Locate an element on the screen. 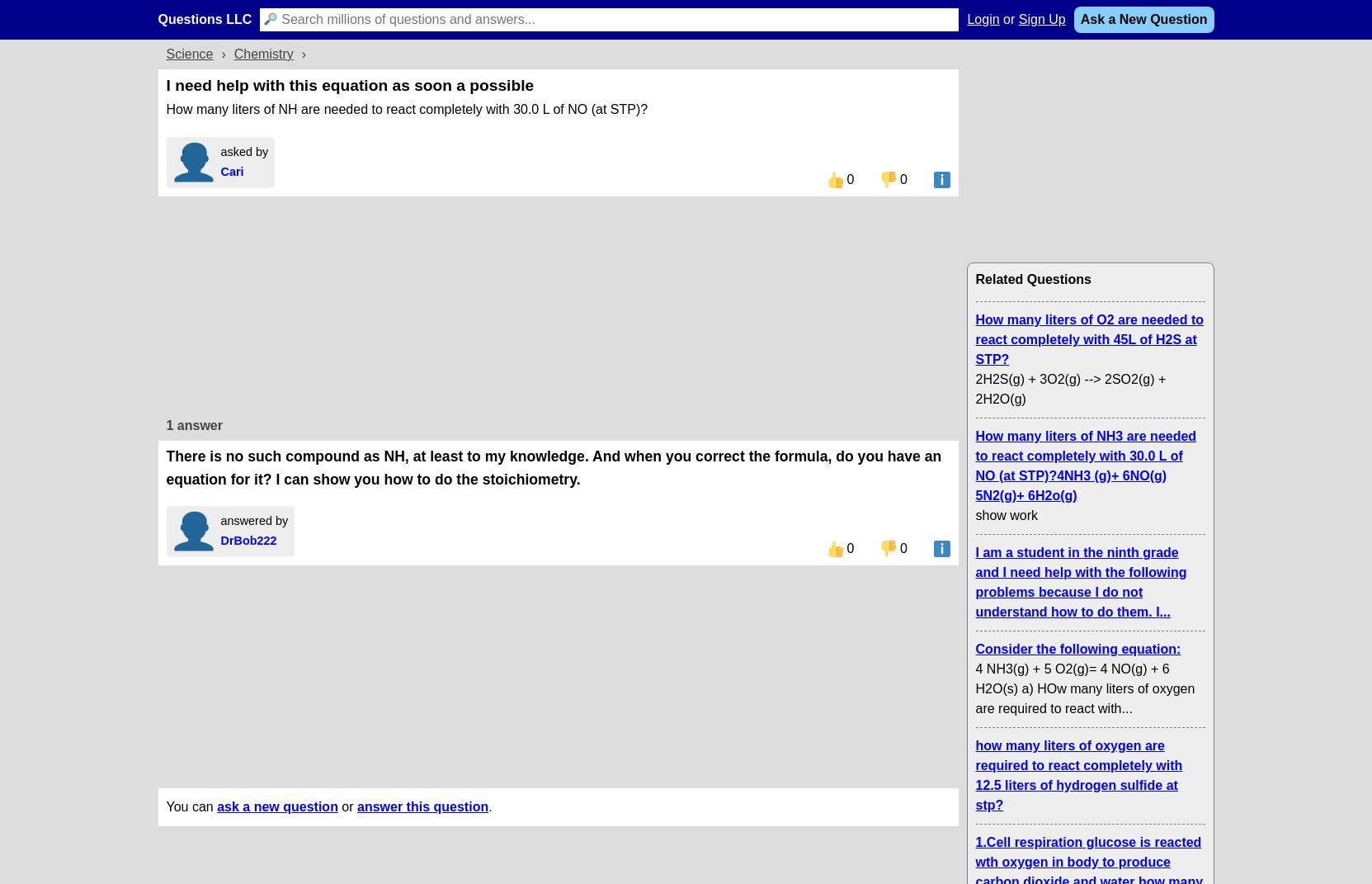  'Related Questions' is located at coordinates (1032, 278).